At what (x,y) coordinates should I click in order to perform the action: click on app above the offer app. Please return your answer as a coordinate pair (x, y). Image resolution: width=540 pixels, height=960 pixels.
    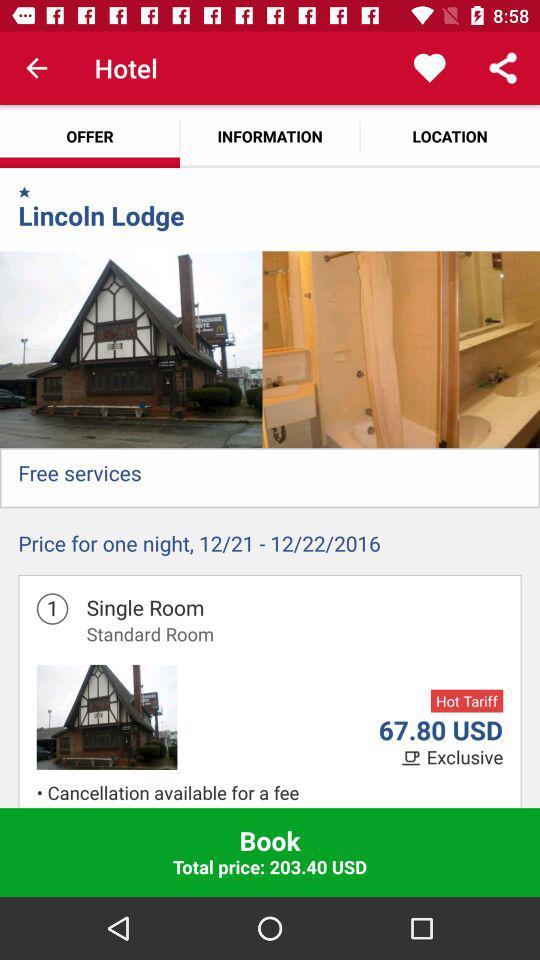
    Looking at the image, I should click on (36, 68).